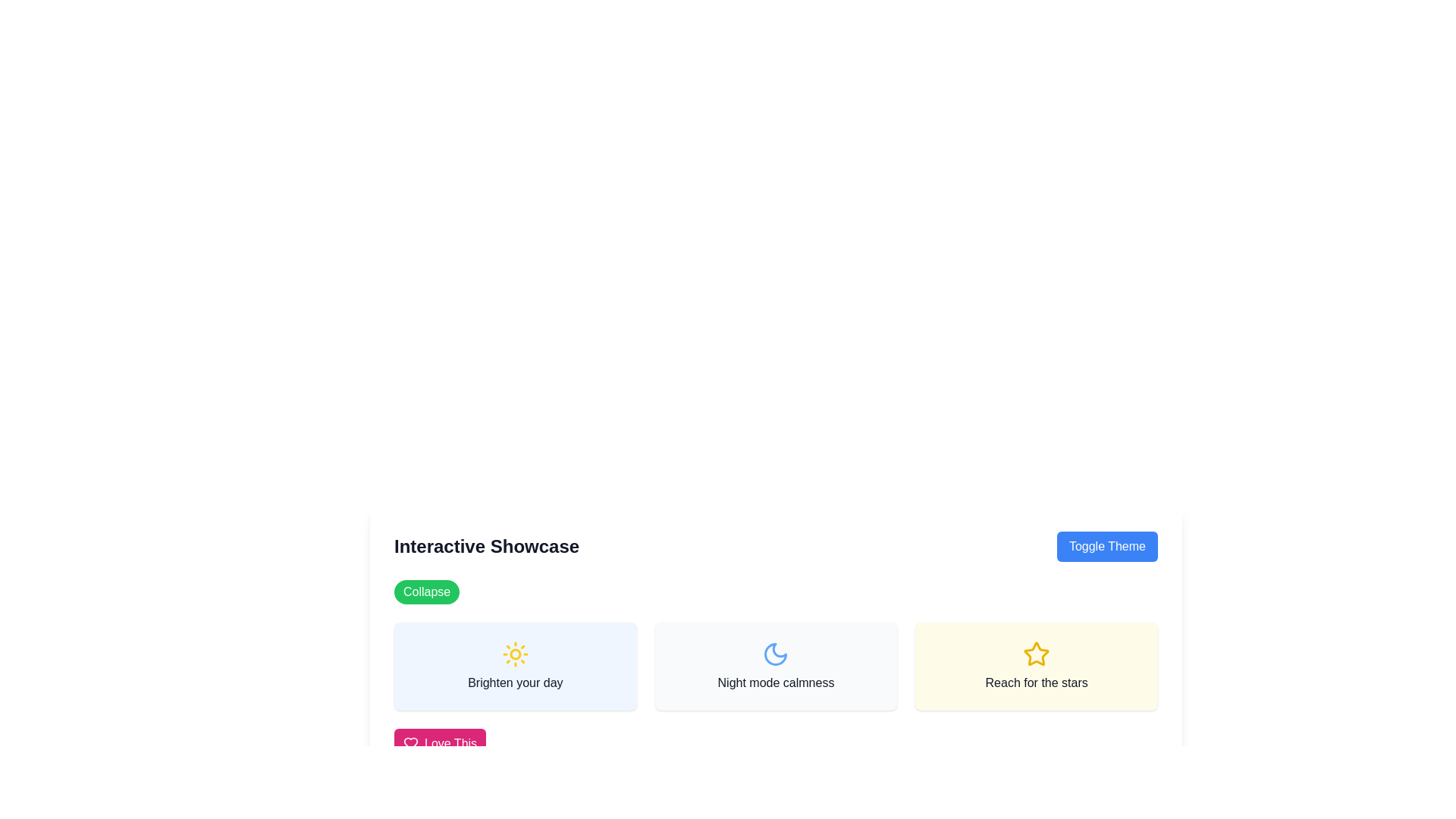 This screenshot has width=1456, height=819. What do you see at coordinates (425, 591) in the screenshot?
I see `the 'Collapse' button with rounded corners, bright green background, and white text` at bounding box center [425, 591].